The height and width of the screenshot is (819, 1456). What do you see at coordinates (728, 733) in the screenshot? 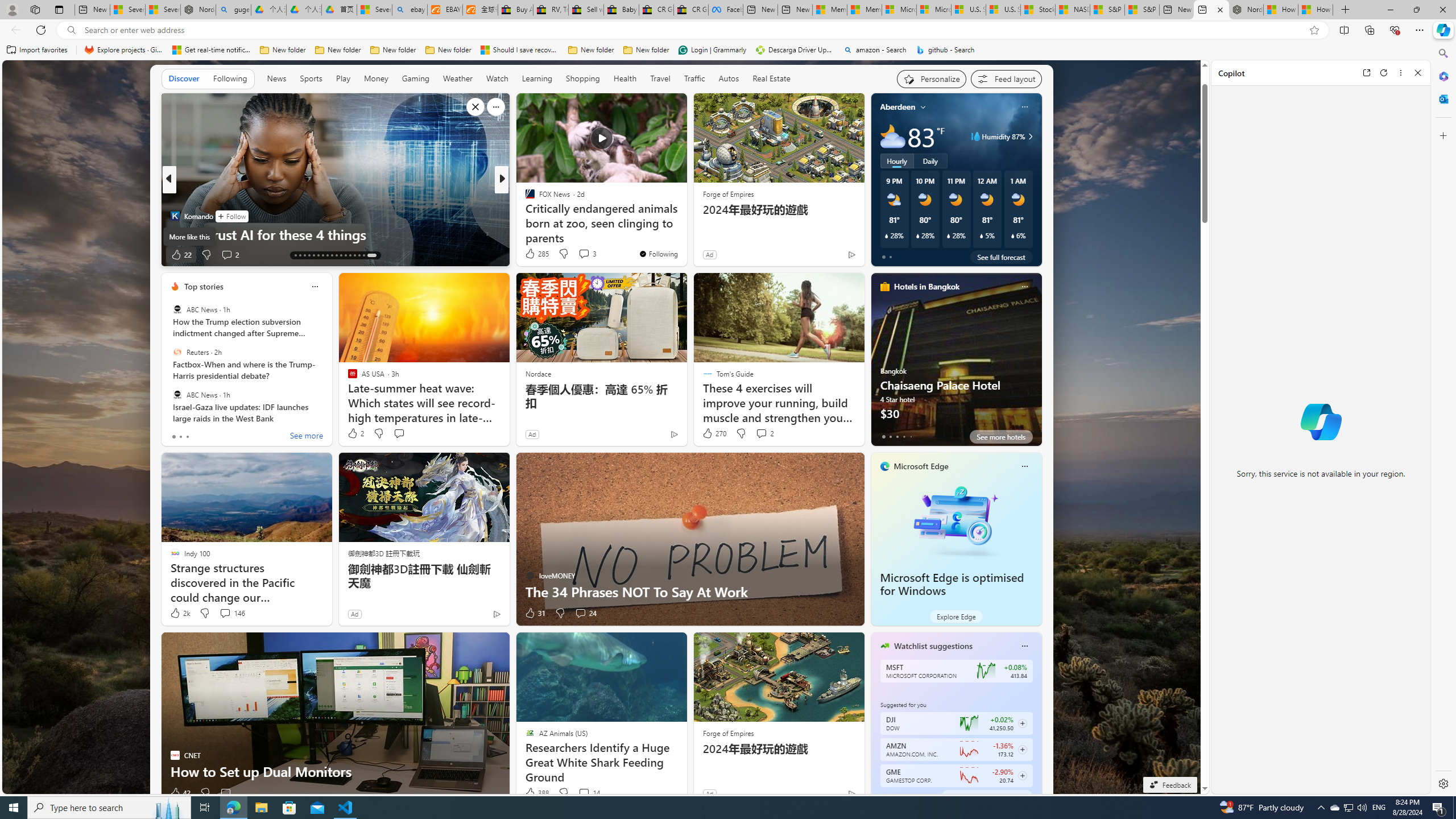
I see `'Forge of Empires'` at bounding box center [728, 733].